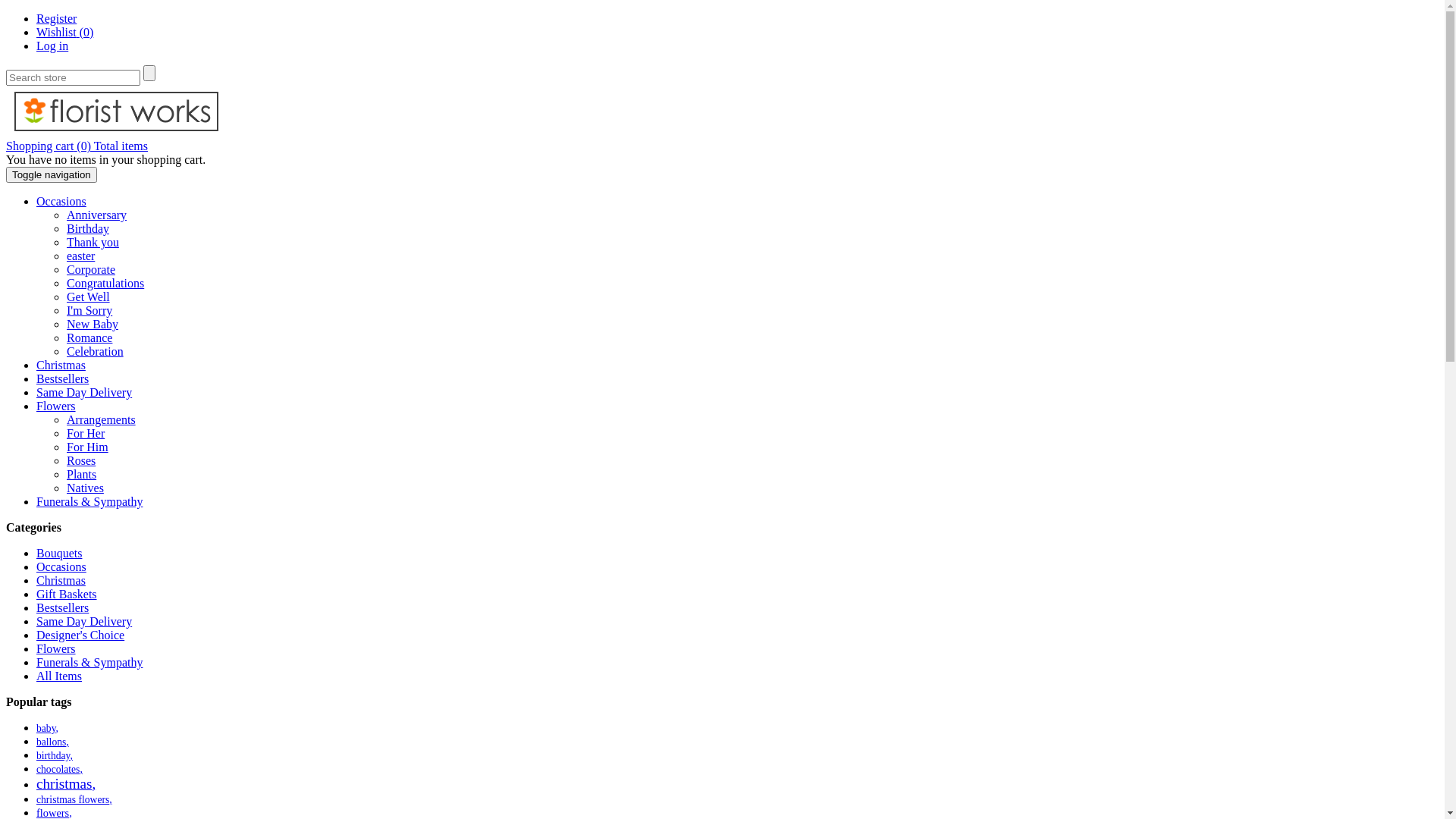 This screenshot has height=819, width=1456. What do you see at coordinates (36, 741) in the screenshot?
I see `'ballons,'` at bounding box center [36, 741].